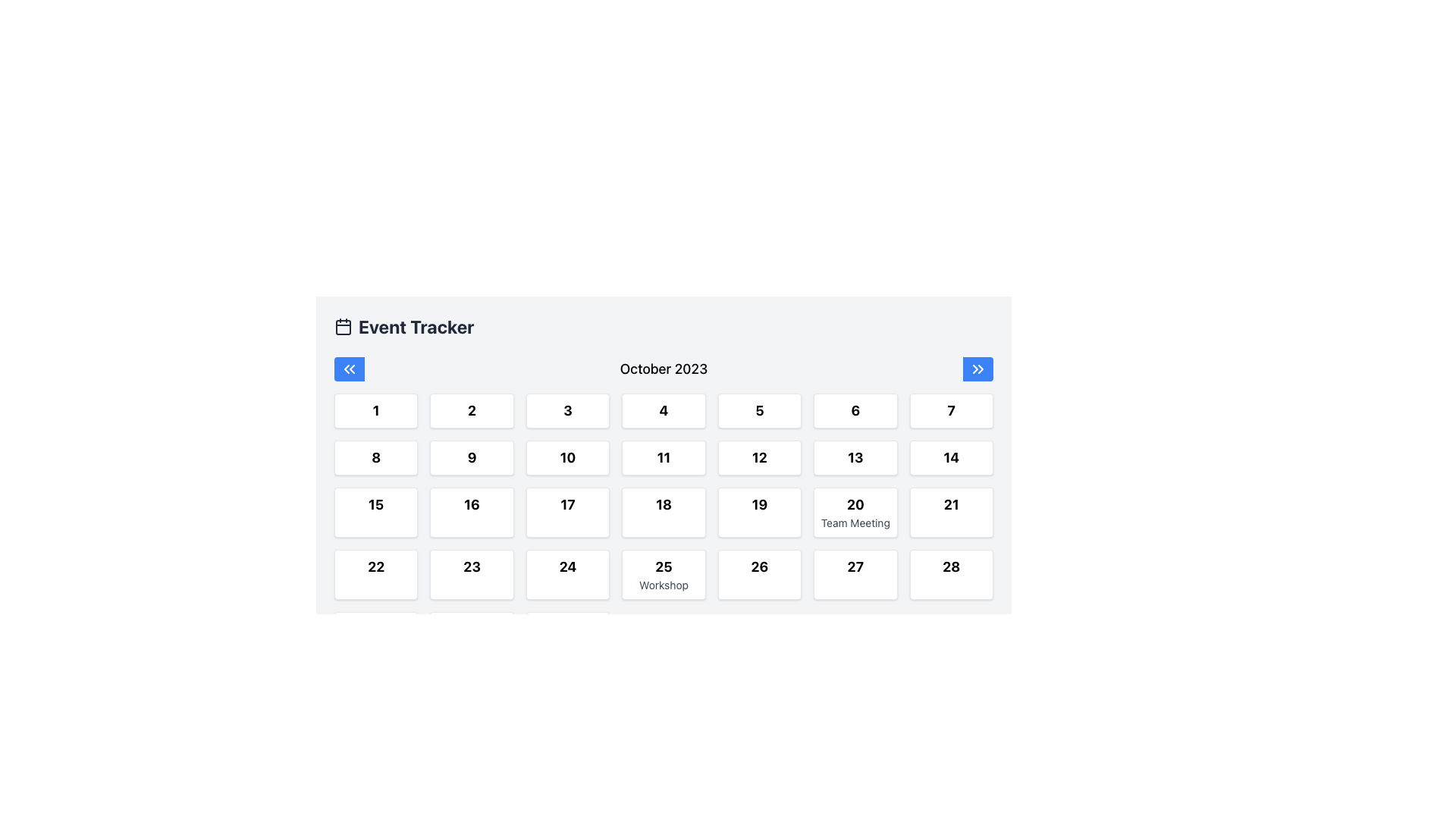 Image resolution: width=1456 pixels, height=819 pixels. Describe the element at coordinates (471, 411) in the screenshot. I see `the button representing the second day in the calendar view for October 2023, located below the 'Event Tracker' header` at that location.